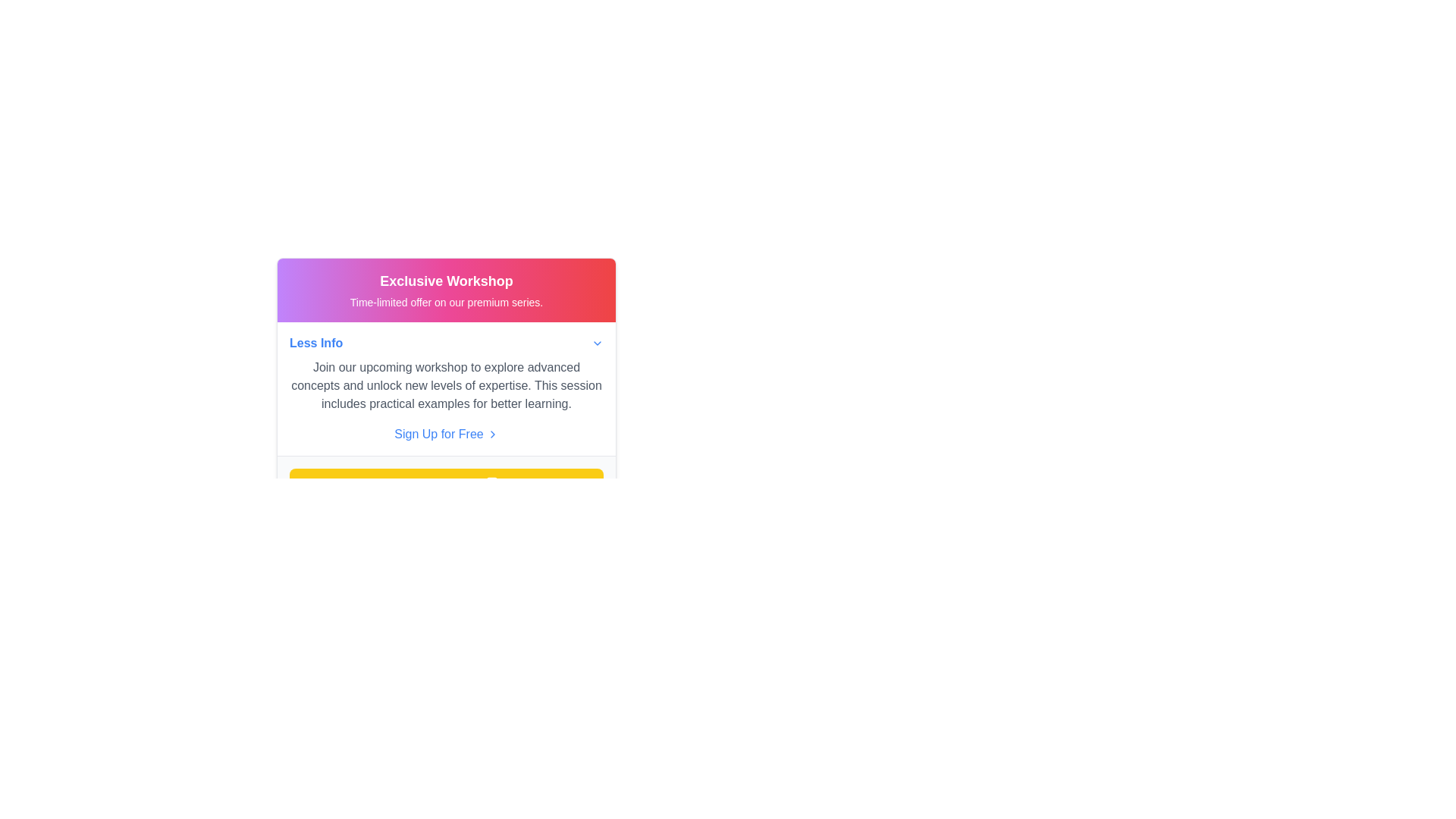 The width and height of the screenshot is (1456, 819). I want to click on the text label styled in bold and large font reading 'Exclusive Workshop', which is prominently displayed in white color on a gradient background, so click(446, 281).